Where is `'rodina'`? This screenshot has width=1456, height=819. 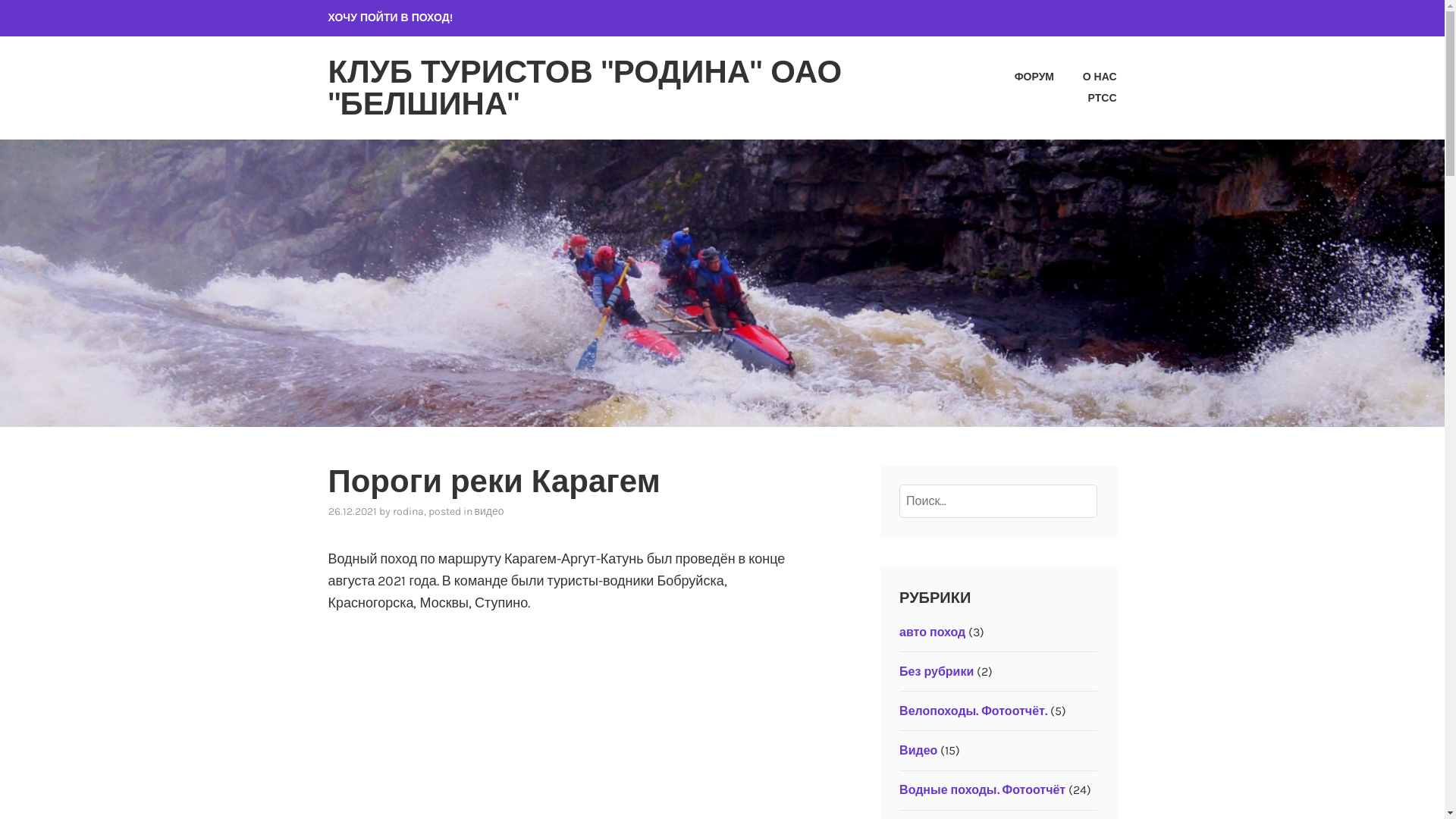 'rodina' is located at coordinates (408, 511).